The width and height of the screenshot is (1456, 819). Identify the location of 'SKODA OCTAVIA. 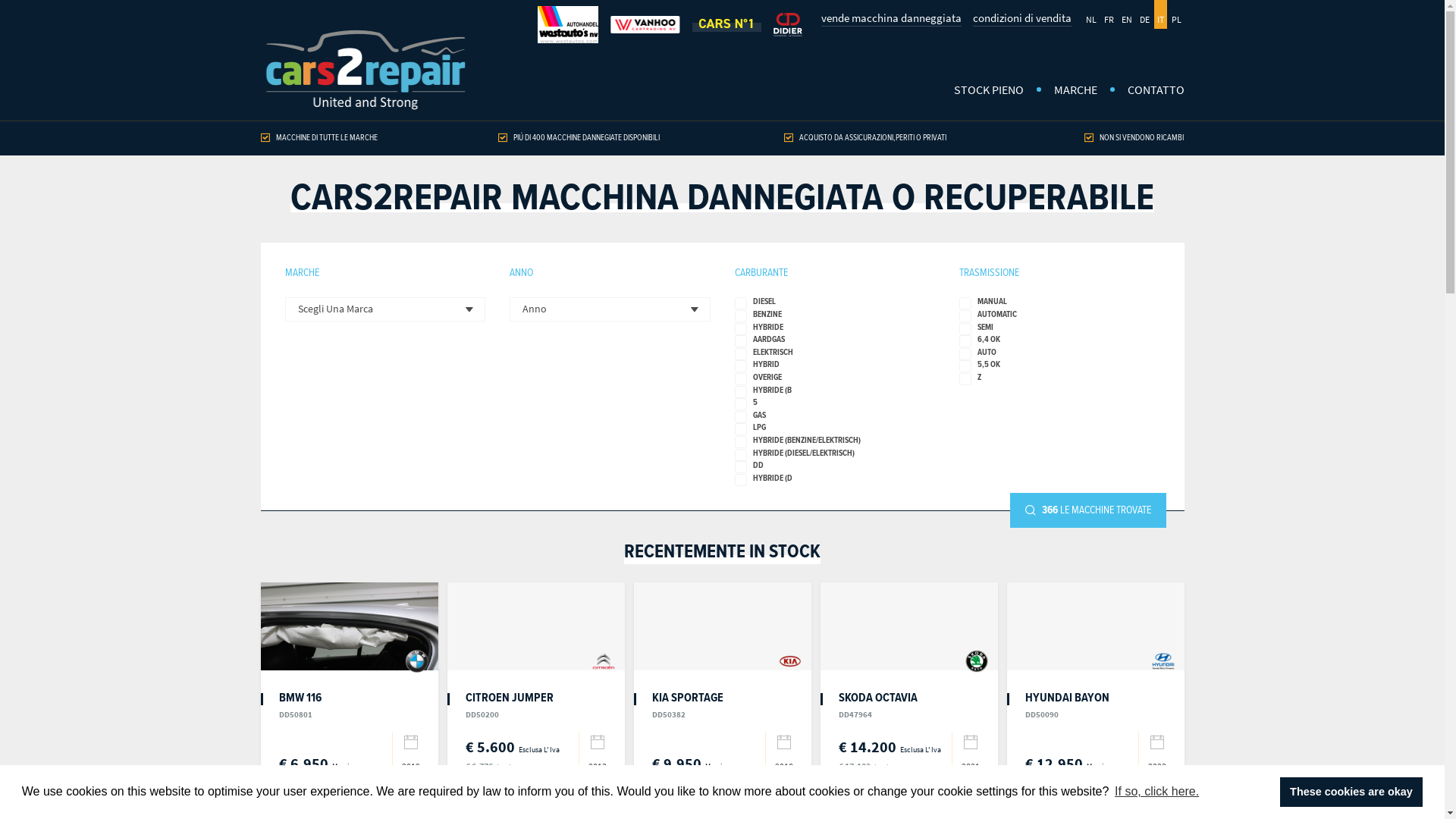
(877, 704).